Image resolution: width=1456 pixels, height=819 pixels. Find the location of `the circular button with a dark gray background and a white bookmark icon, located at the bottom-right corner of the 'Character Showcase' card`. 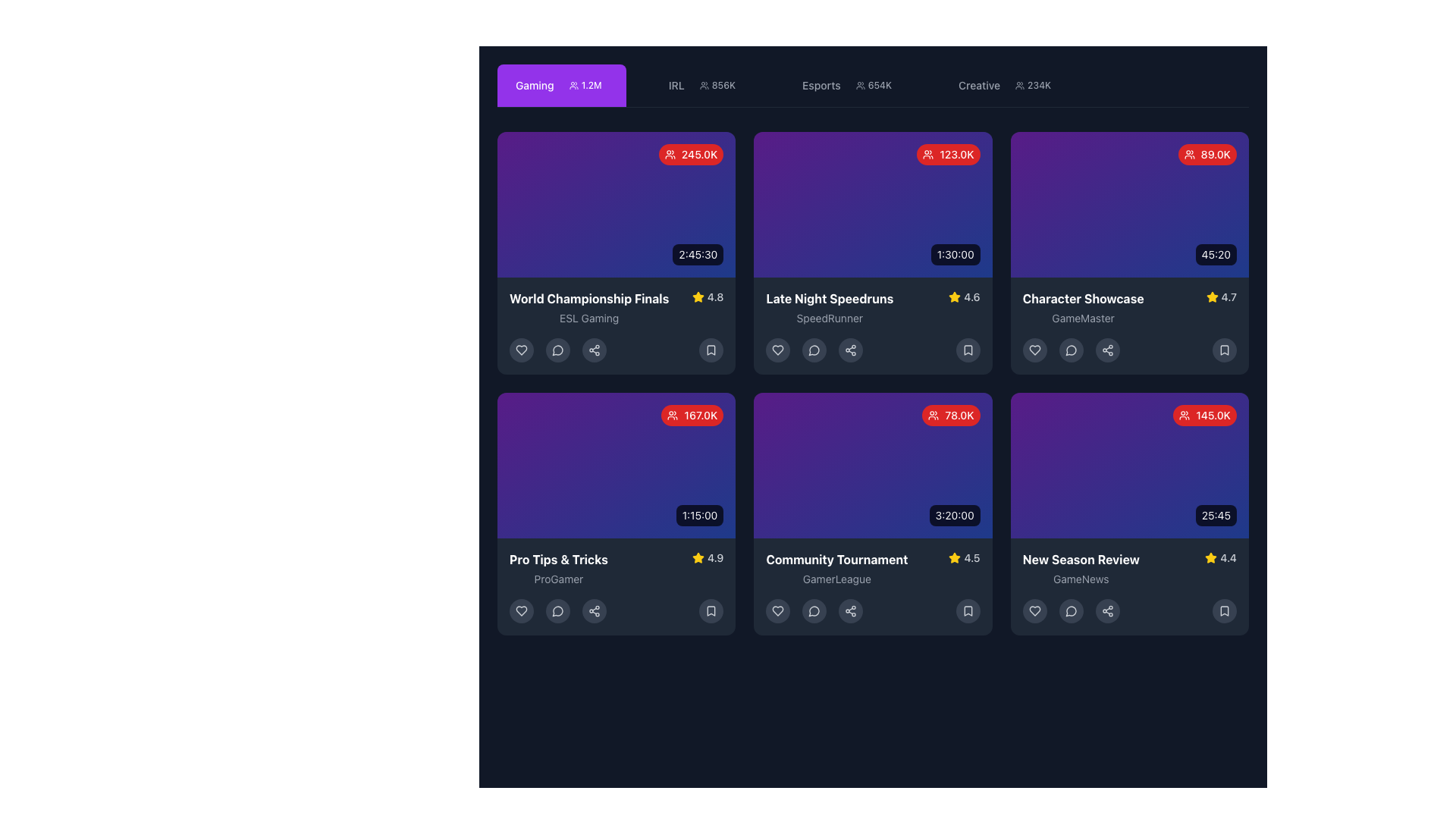

the circular button with a dark gray background and a white bookmark icon, located at the bottom-right corner of the 'Character Showcase' card is located at coordinates (1224, 350).